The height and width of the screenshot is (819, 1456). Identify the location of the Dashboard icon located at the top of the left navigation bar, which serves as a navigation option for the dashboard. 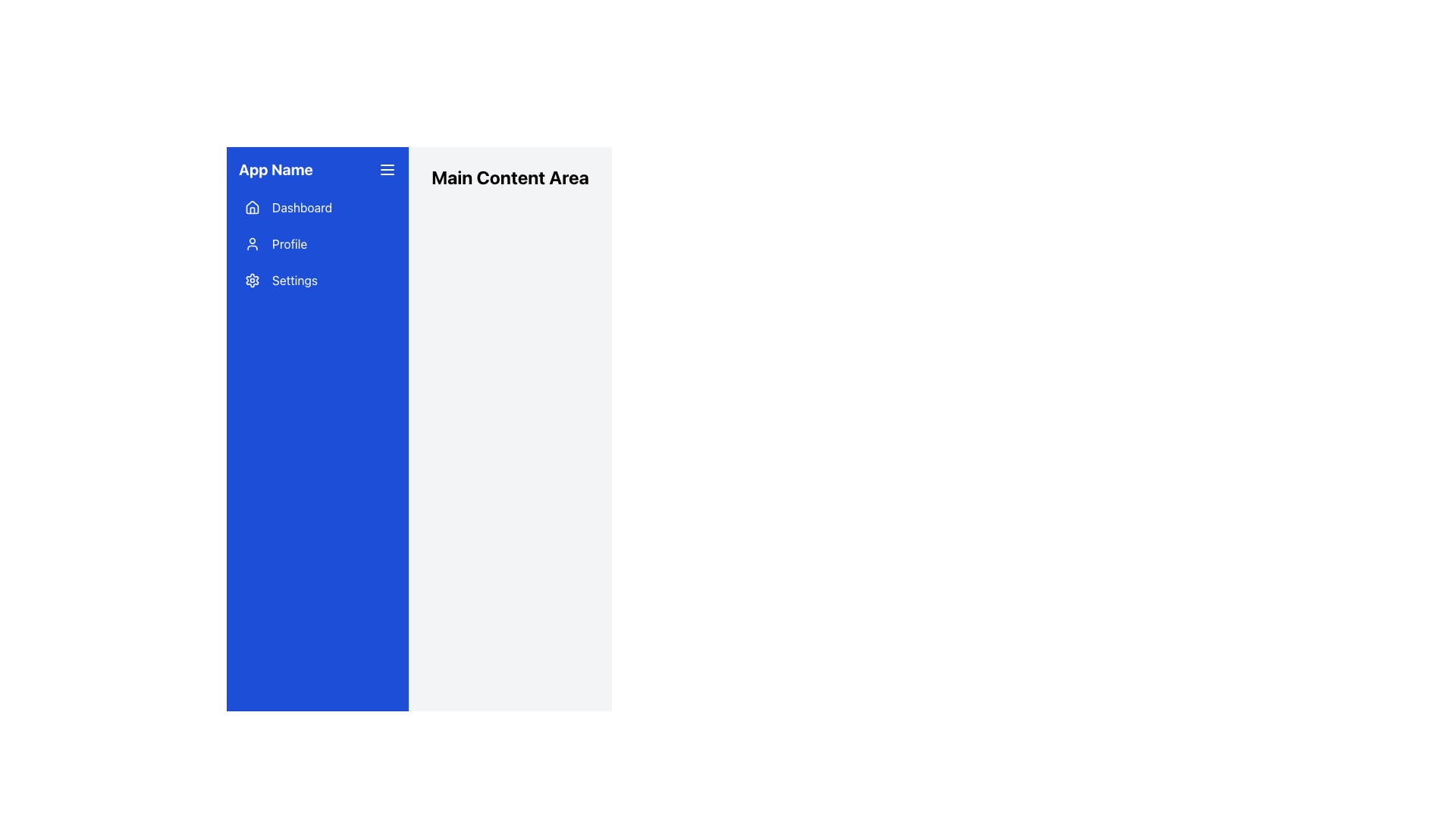
(252, 207).